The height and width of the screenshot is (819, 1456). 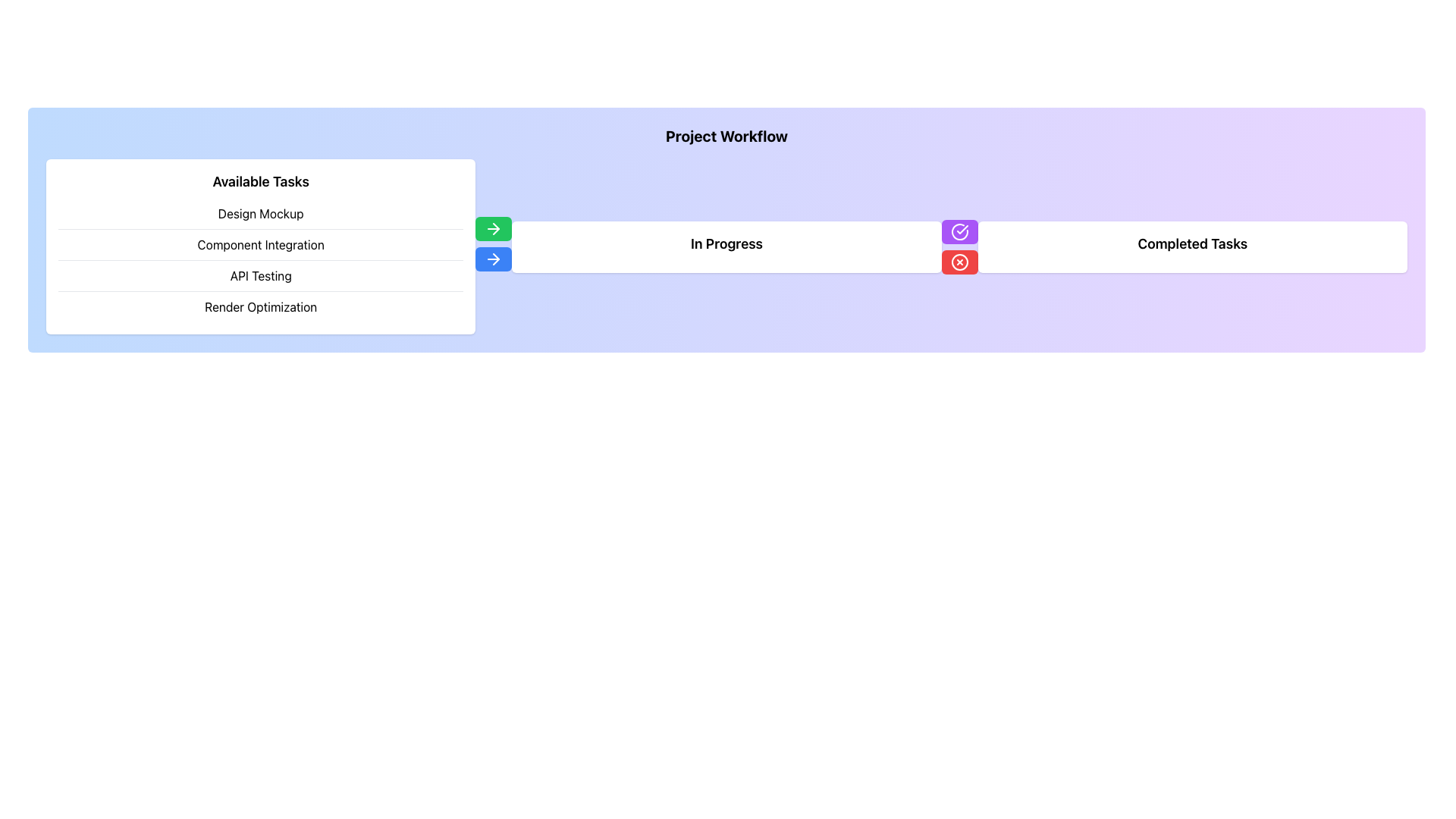 I want to click on the cancel button located in the 'In Progress' section, which is the second button to the right of the purple edit button, to trigger its hover effect, so click(x=959, y=261).